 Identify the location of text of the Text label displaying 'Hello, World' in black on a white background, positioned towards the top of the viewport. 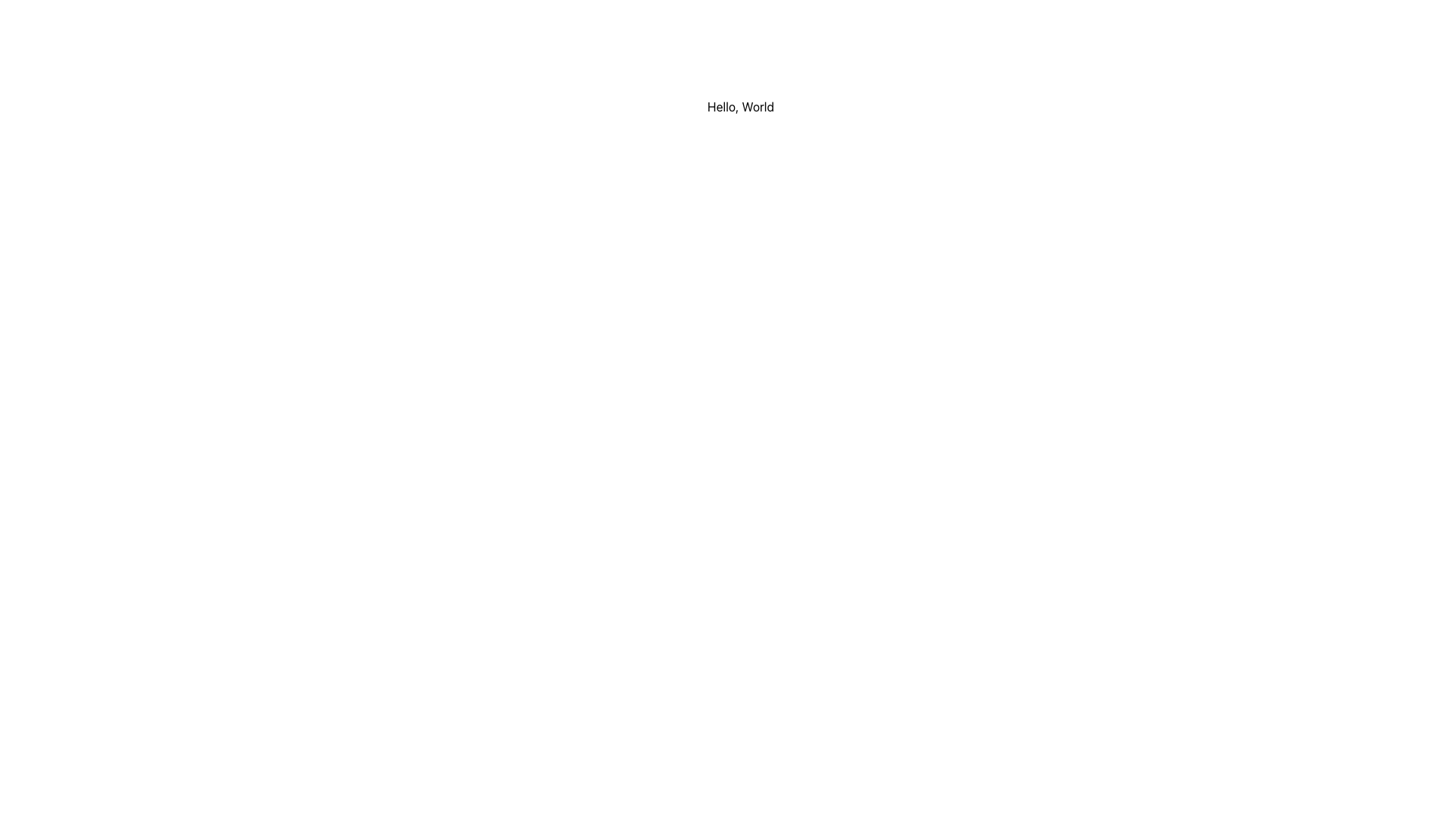
(741, 106).